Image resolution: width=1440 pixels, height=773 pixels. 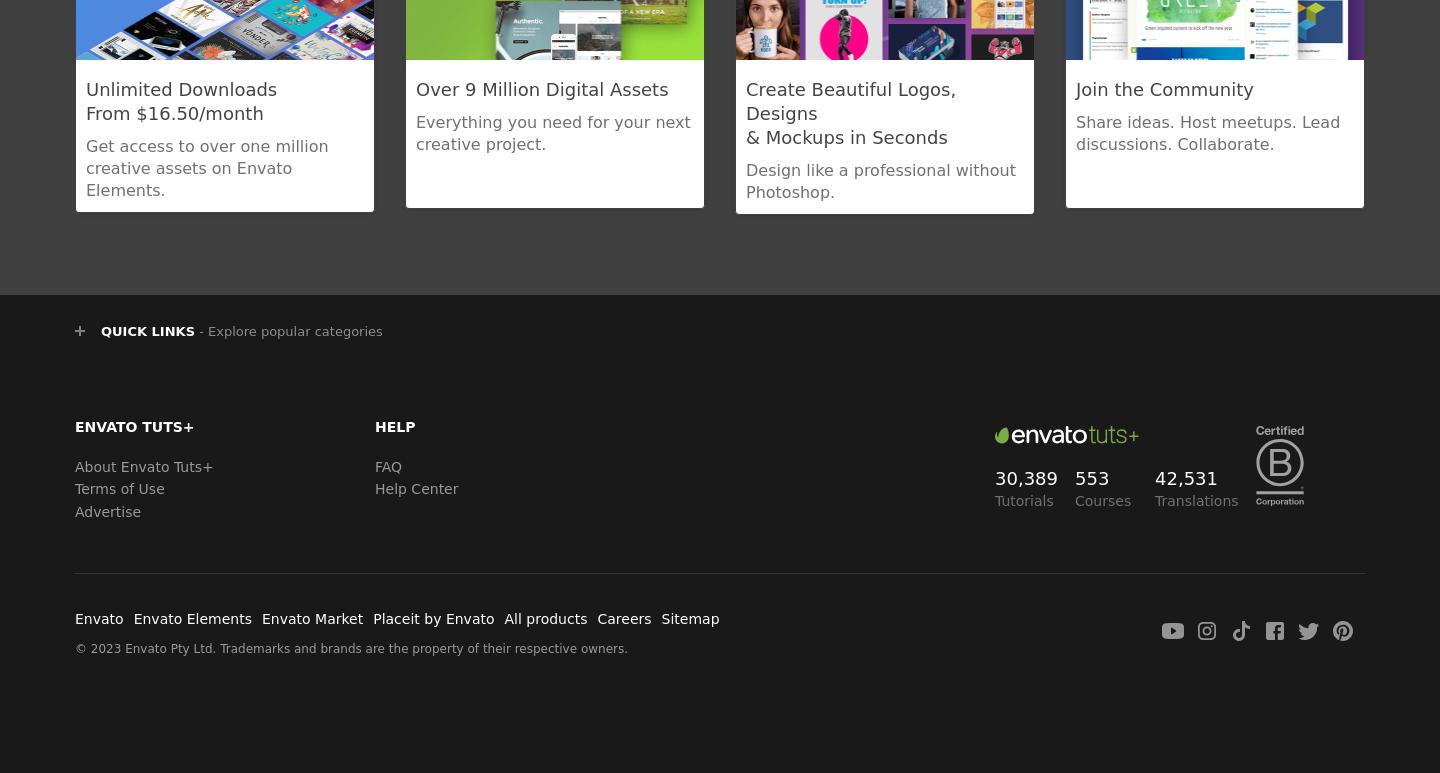 What do you see at coordinates (542, 89) in the screenshot?
I see `'Over 9 Million Digital Assets'` at bounding box center [542, 89].